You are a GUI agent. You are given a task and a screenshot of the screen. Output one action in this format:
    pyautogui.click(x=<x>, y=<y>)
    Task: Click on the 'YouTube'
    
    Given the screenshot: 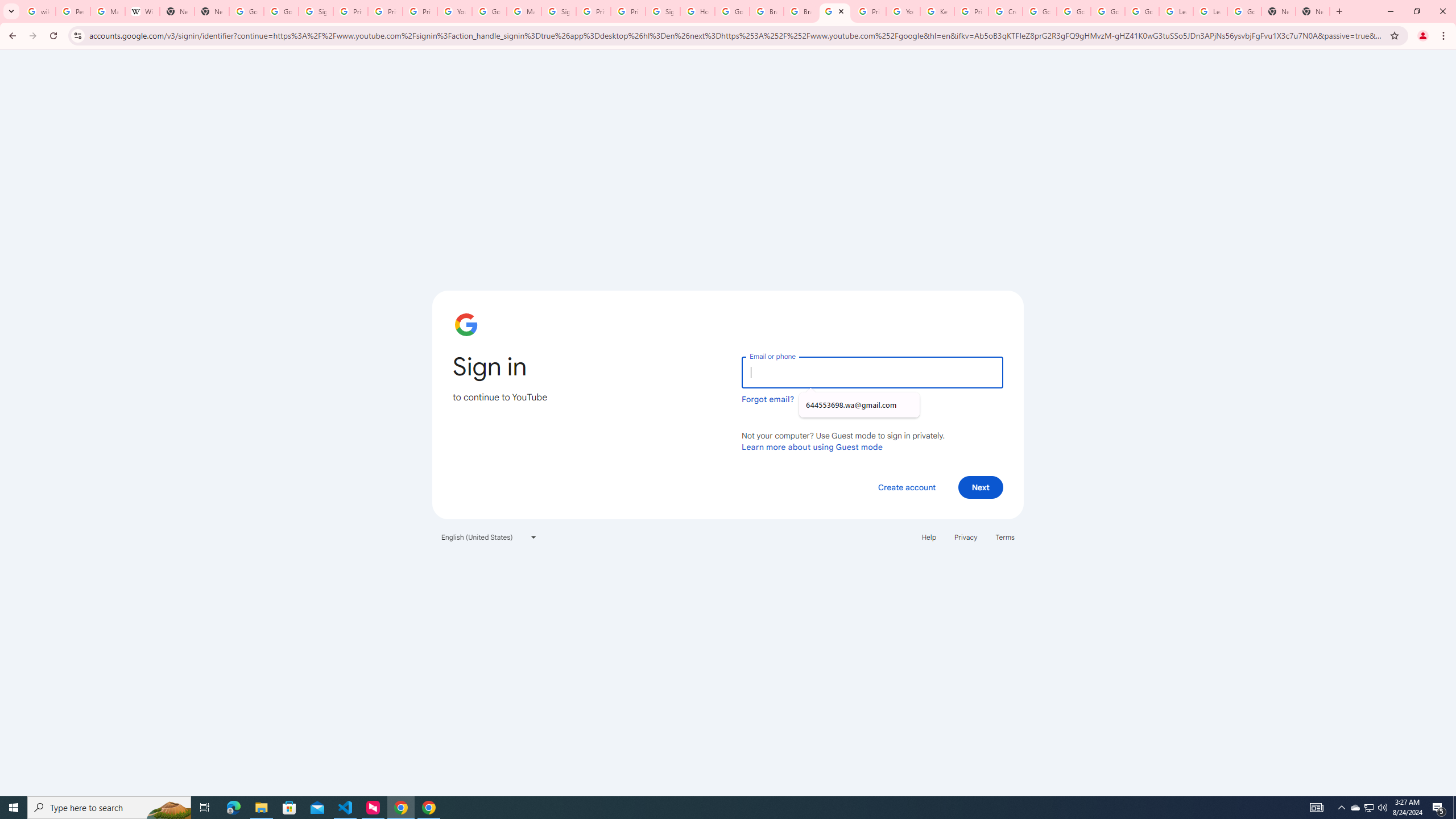 What is the action you would take?
    pyautogui.click(x=903, y=11)
    